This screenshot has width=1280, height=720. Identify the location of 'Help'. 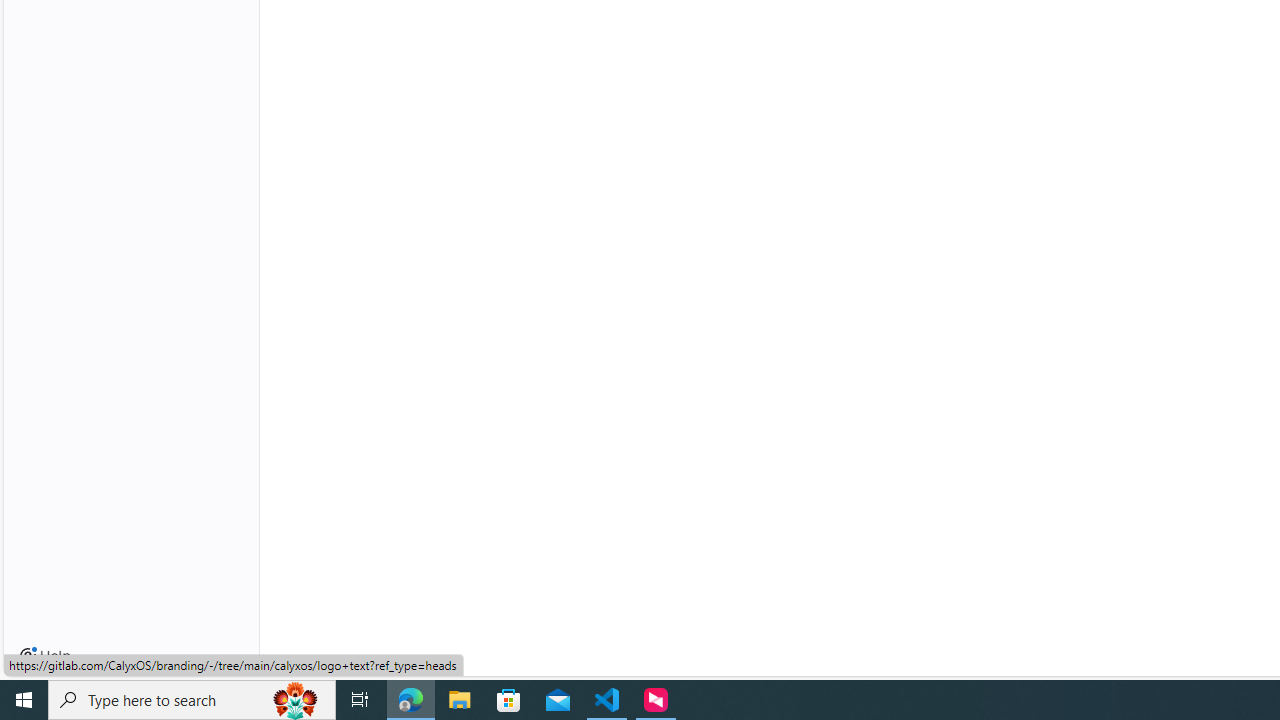
(45, 655).